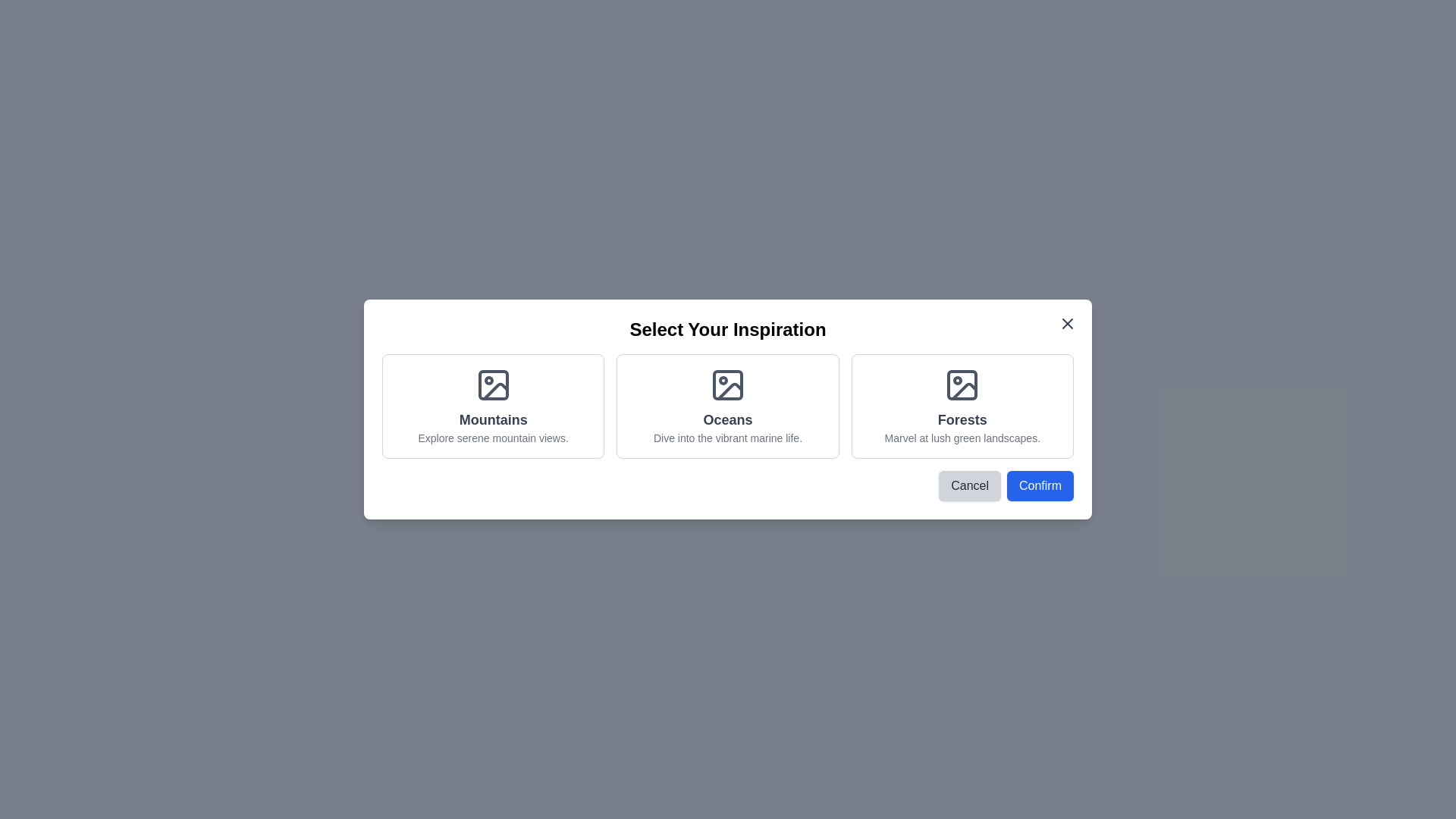 This screenshot has height=819, width=1456. I want to click on the graphical background rectangle that is part of the 'Forests' icon in the selection menu, so click(962, 384).